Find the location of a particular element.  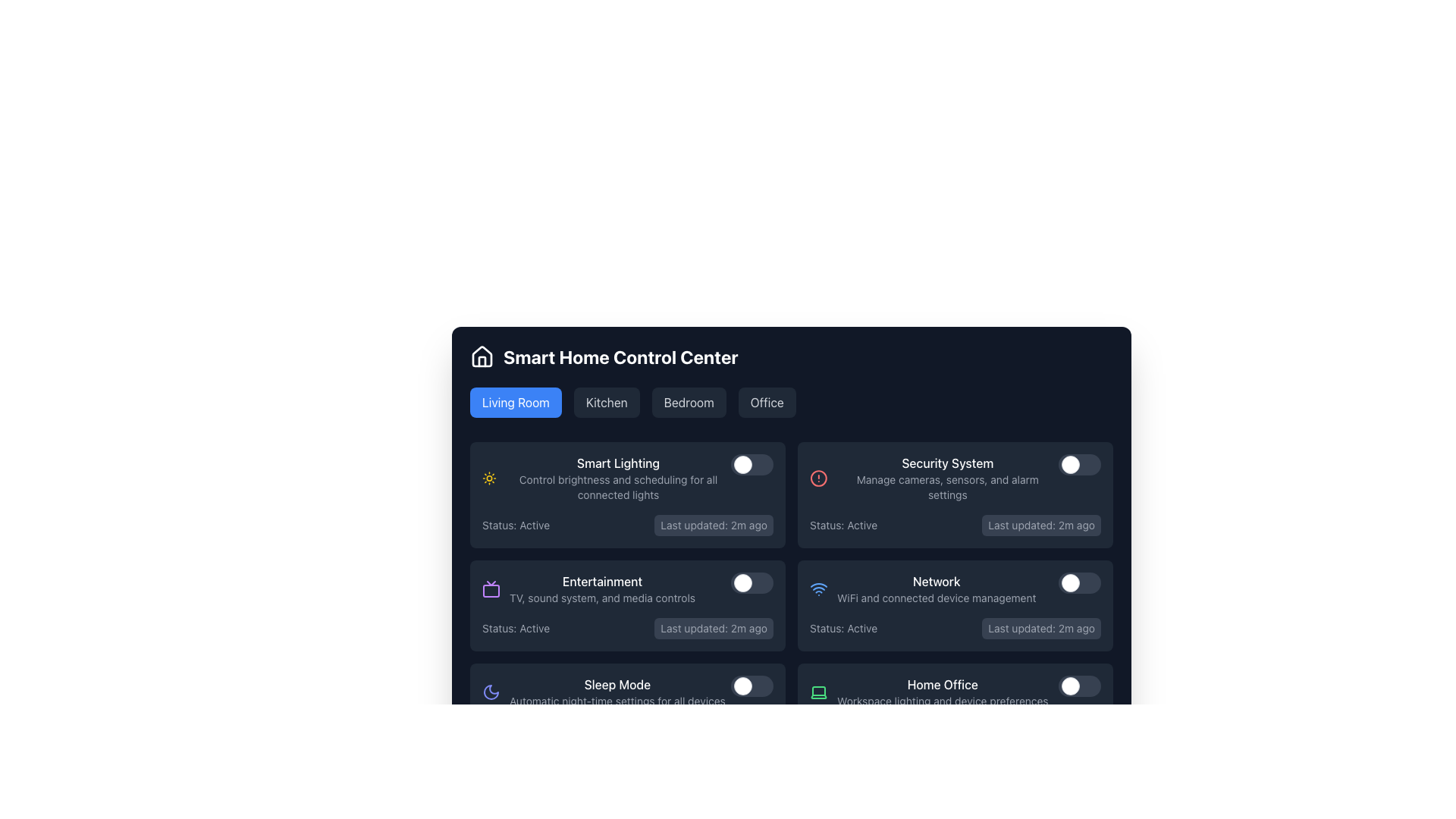

the Wi-Fi signal icon, which is styled in blue and indicates a connection, located on the left side of the 'Network' block that contains text about WiFi and device management is located at coordinates (818, 588).